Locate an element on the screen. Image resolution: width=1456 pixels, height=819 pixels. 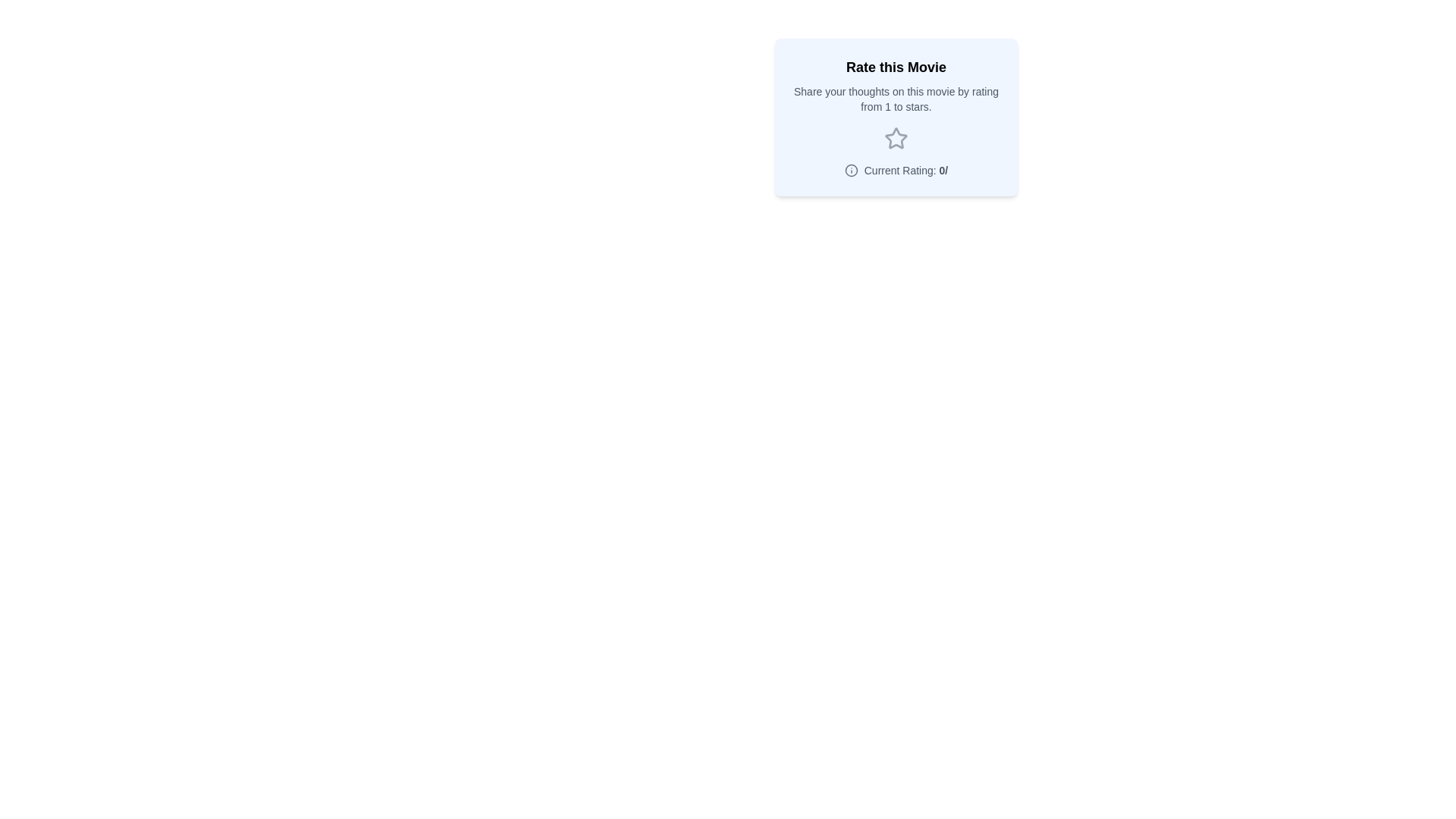
information displayed in the text label showing 'Current Rating: 0/' which is located below the star rating UI component is located at coordinates (906, 170).